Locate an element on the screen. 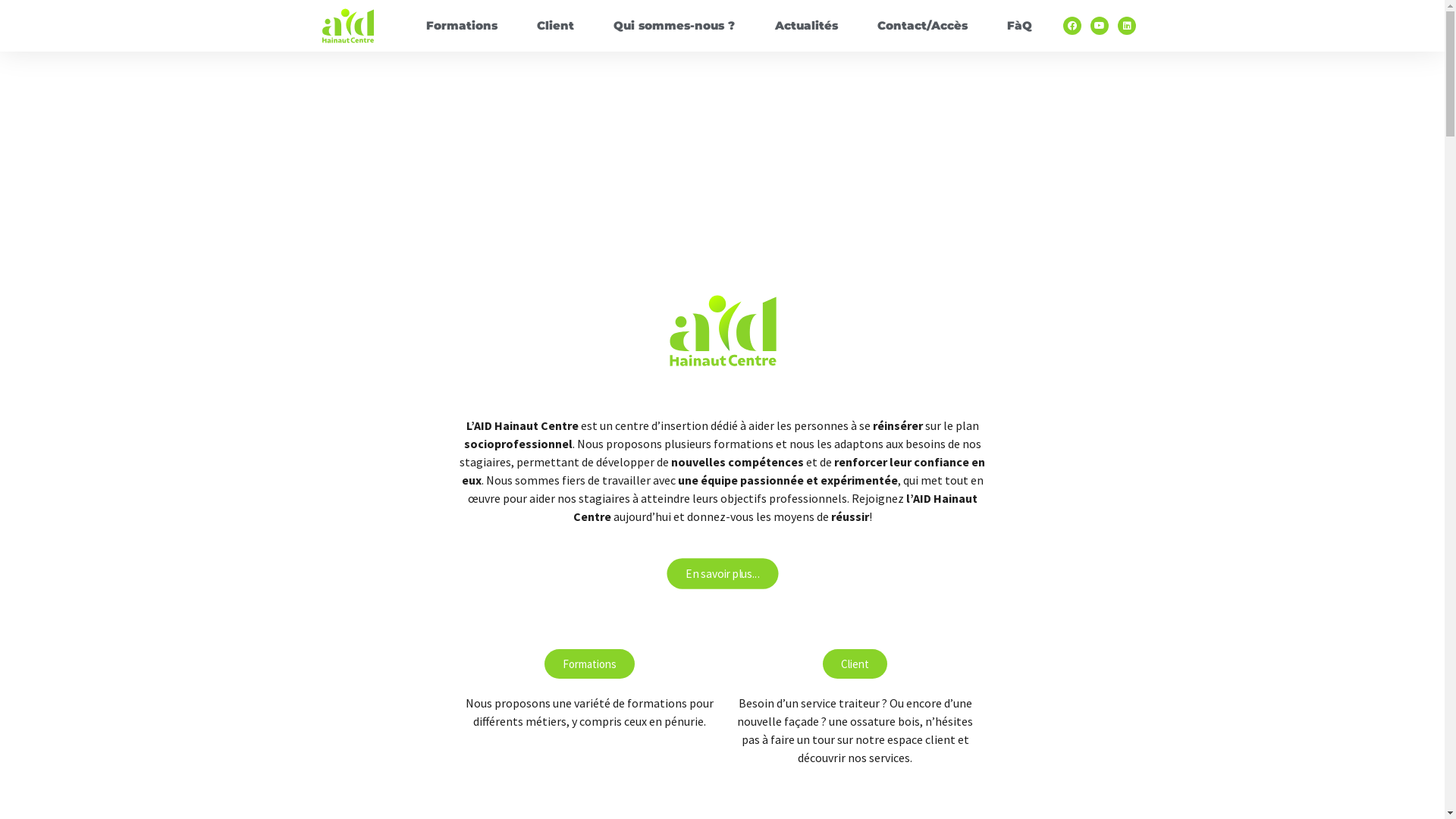 This screenshot has width=1456, height=819. 'Formations' is located at coordinates (588, 663).